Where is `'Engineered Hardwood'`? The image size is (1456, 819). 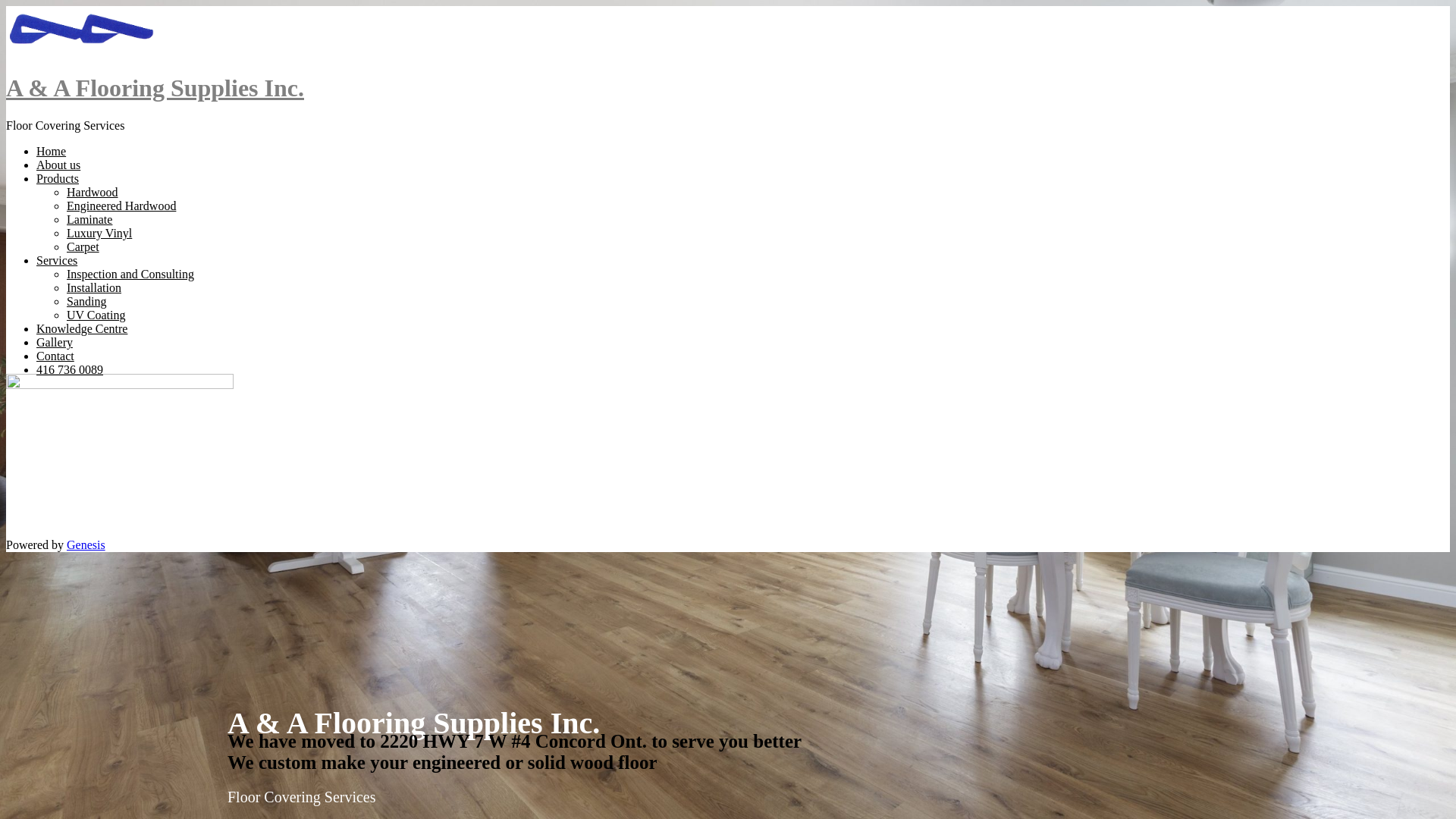
'Engineered Hardwood' is located at coordinates (65, 206).